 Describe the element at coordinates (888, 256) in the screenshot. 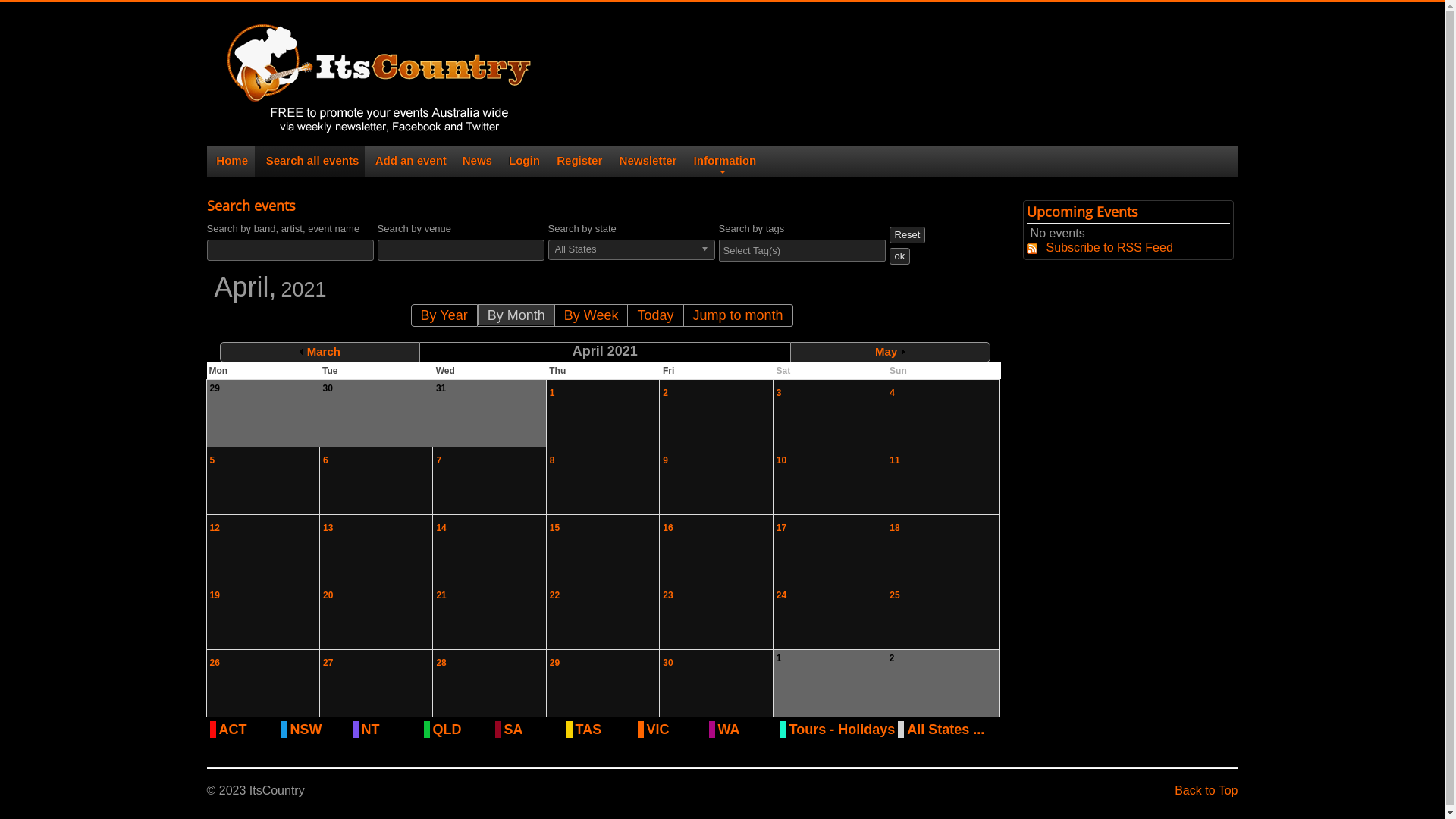

I see `'ok'` at that location.